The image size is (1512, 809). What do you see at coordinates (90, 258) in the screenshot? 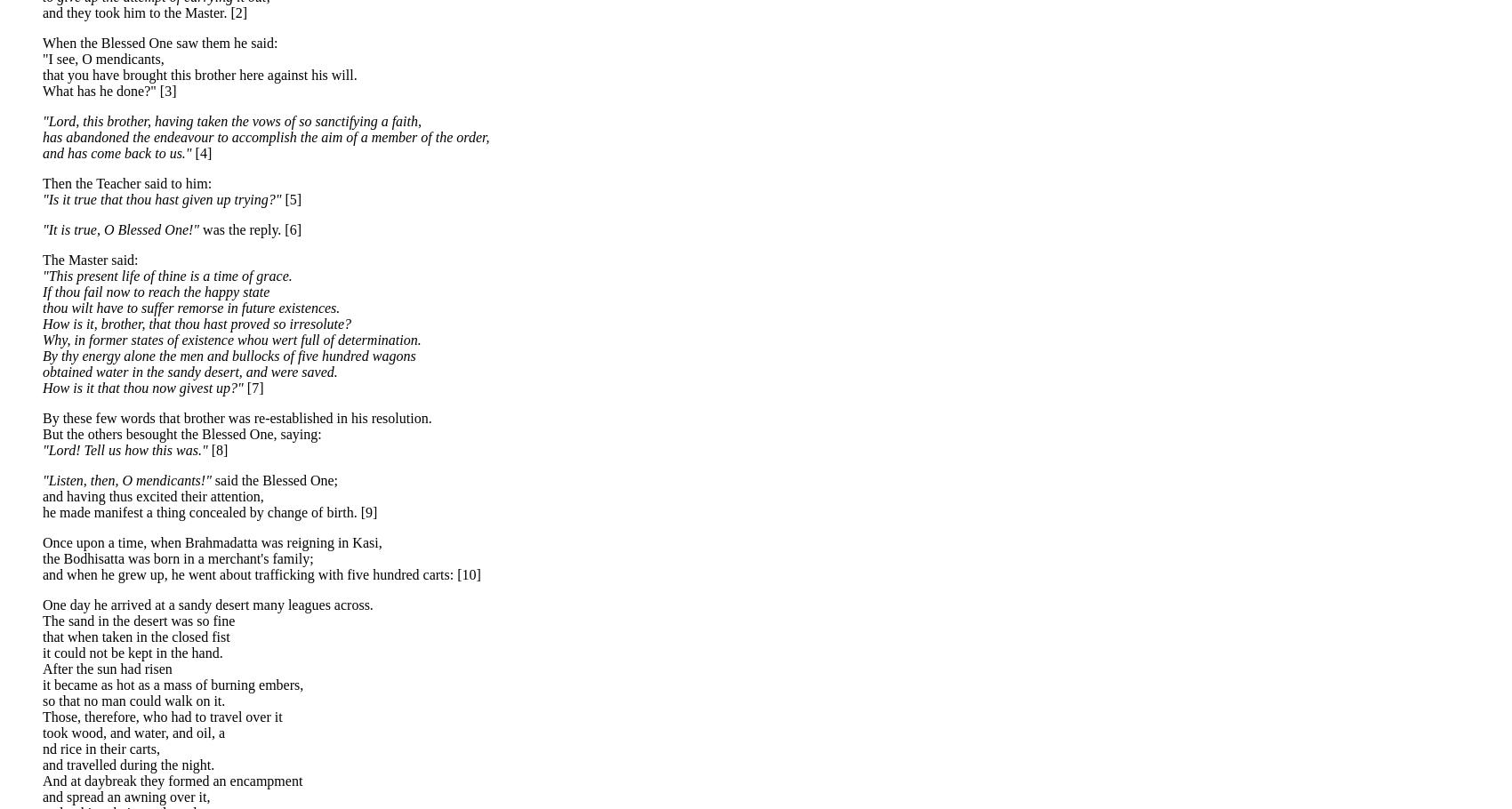
I see `'The Master said:'` at bounding box center [90, 258].